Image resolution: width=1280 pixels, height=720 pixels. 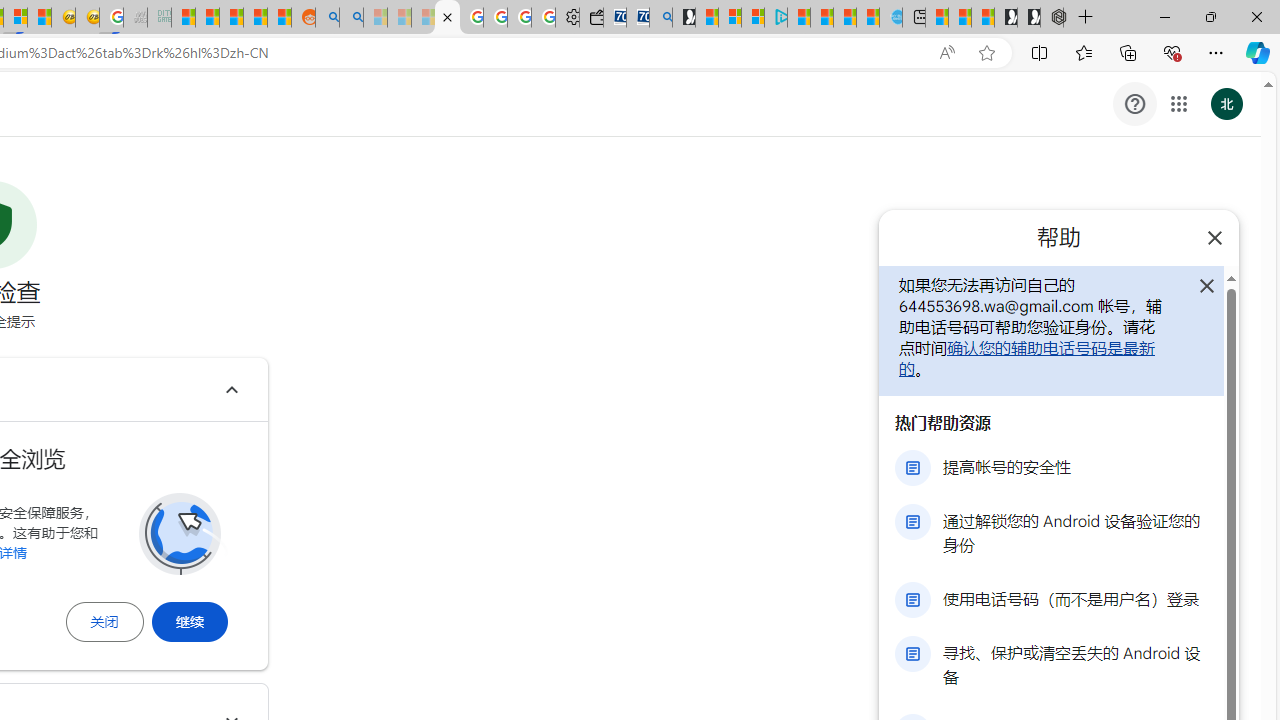 I want to click on 'Navy Quest', so click(x=134, y=17).